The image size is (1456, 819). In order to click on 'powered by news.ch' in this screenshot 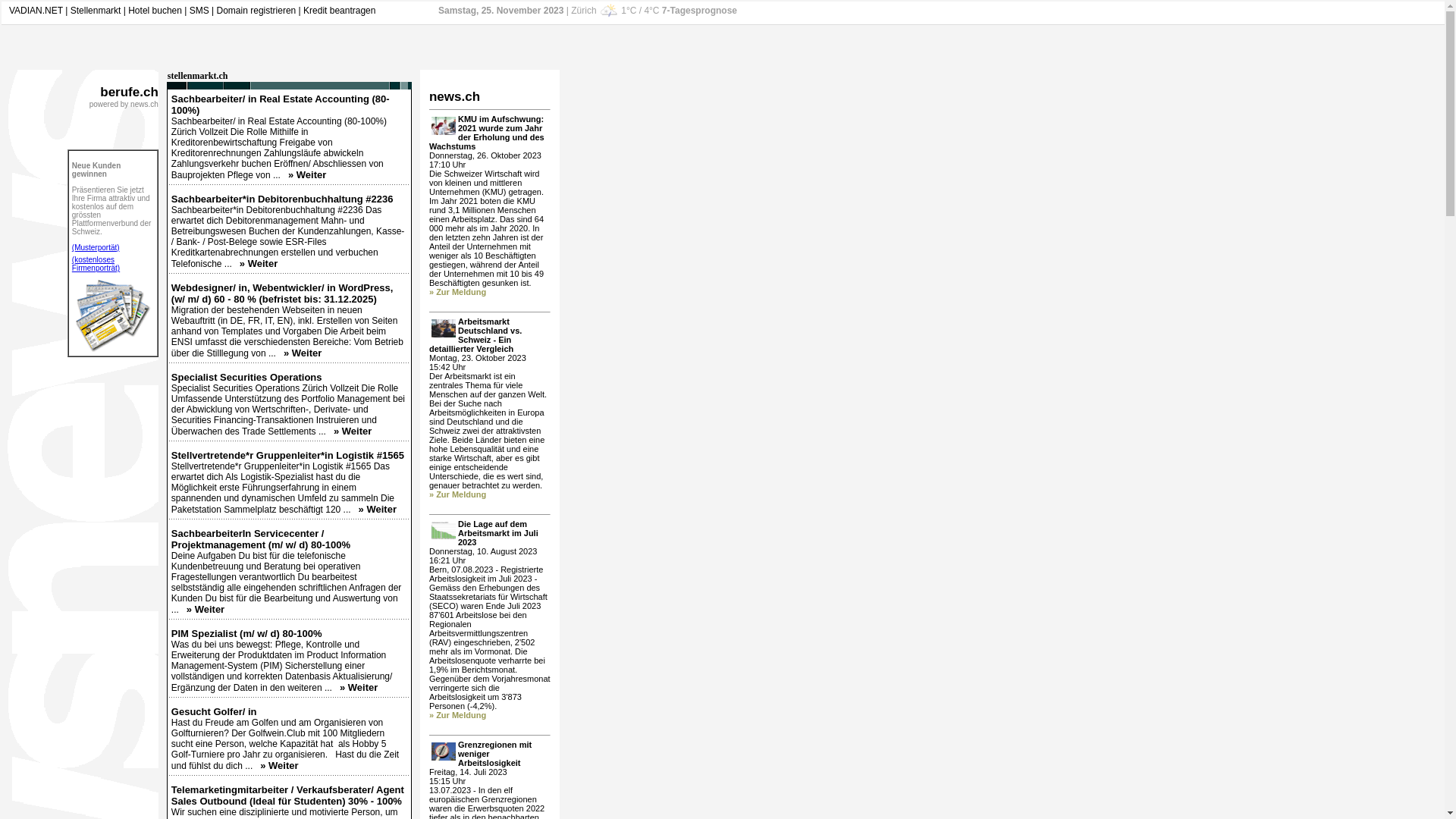, I will do `click(124, 103)`.